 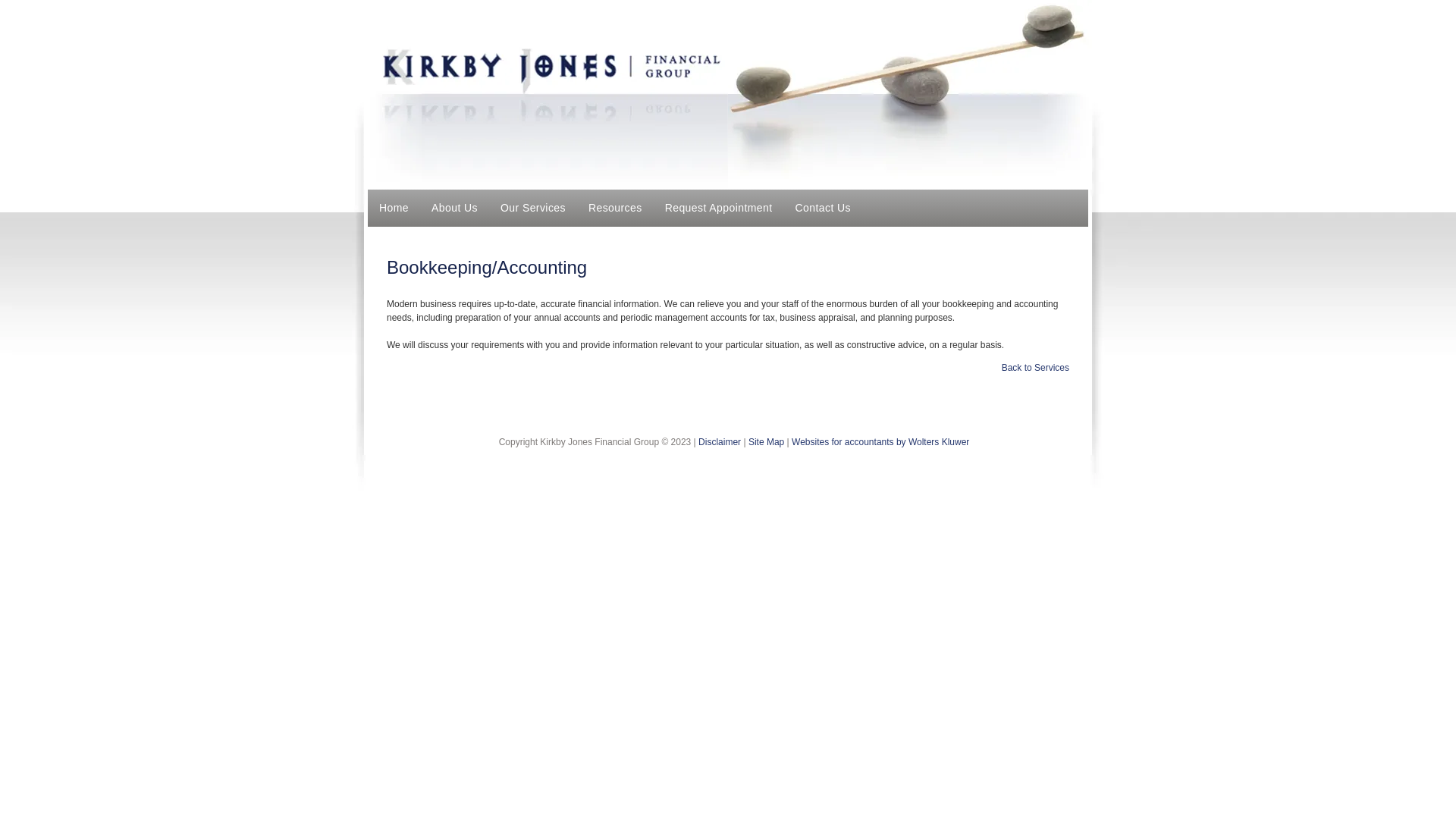 What do you see at coordinates (822, 208) in the screenshot?
I see `'Contact Us'` at bounding box center [822, 208].